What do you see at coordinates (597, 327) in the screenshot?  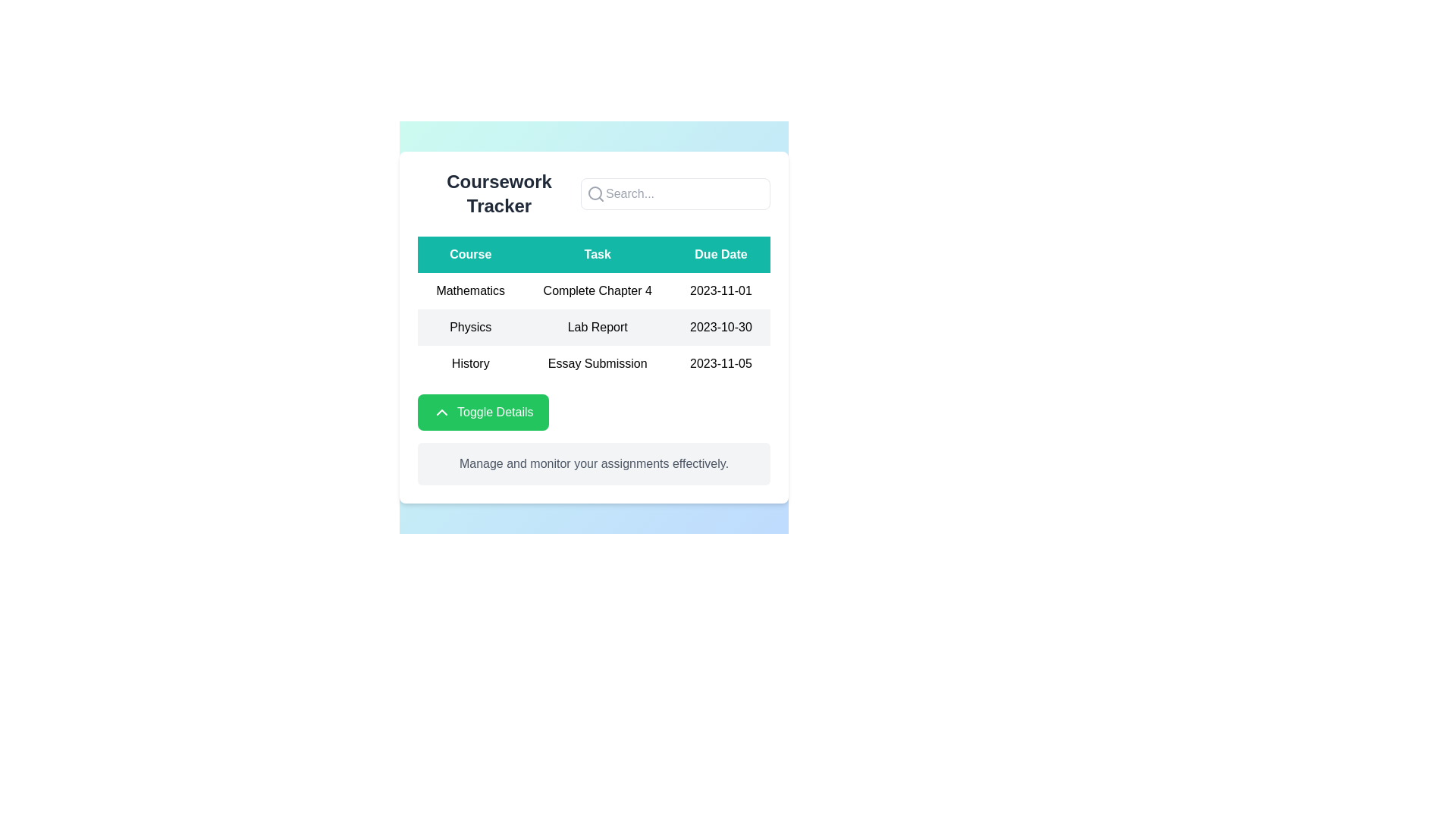 I see `the Text Label displaying the task associated with a specific subject, located in the second row under the 'Task' column` at bounding box center [597, 327].